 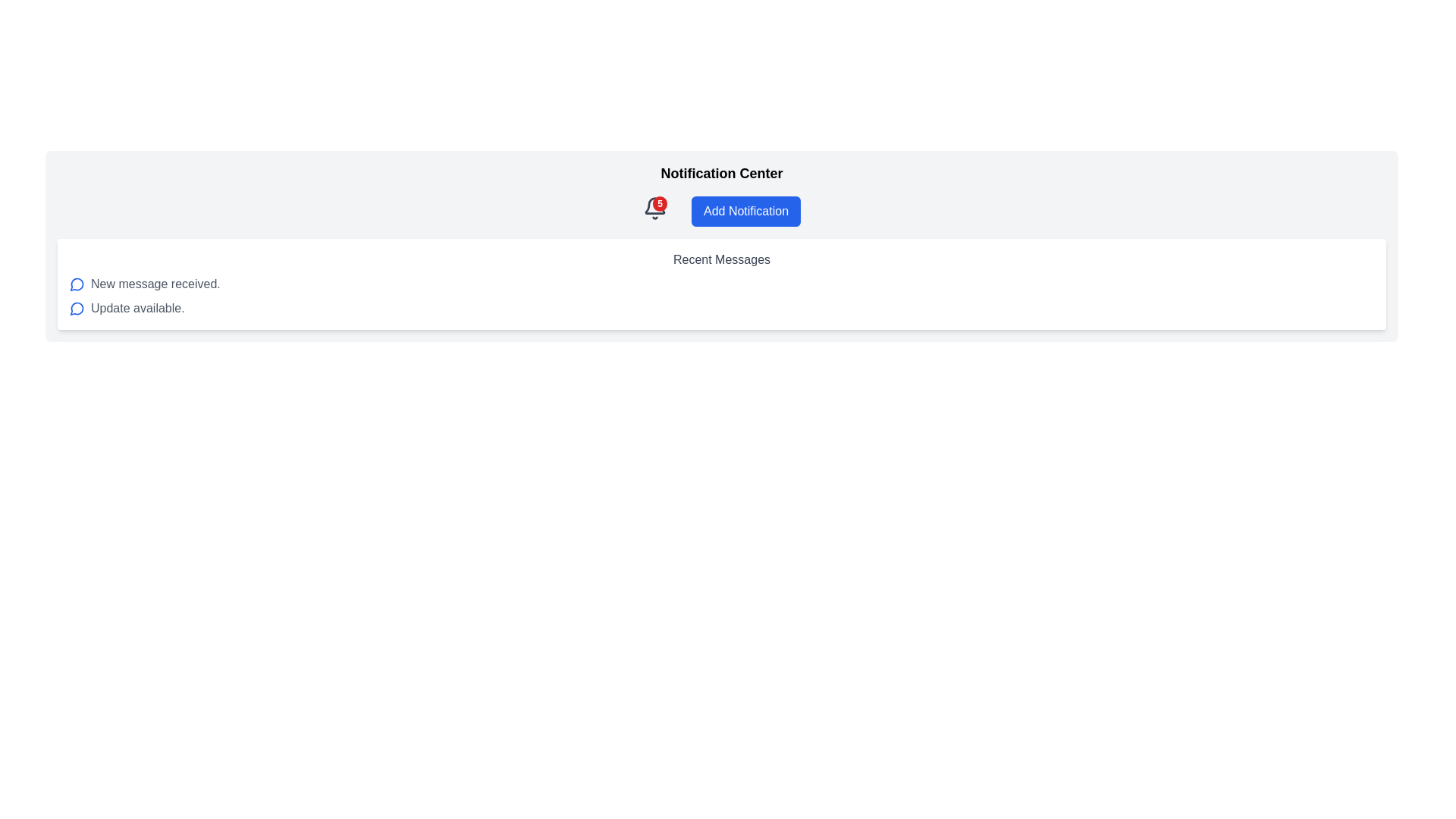 I want to click on the 'Add Notification' button with white text on a blue background, located in the 'Notification Center' interface, so click(x=720, y=211).